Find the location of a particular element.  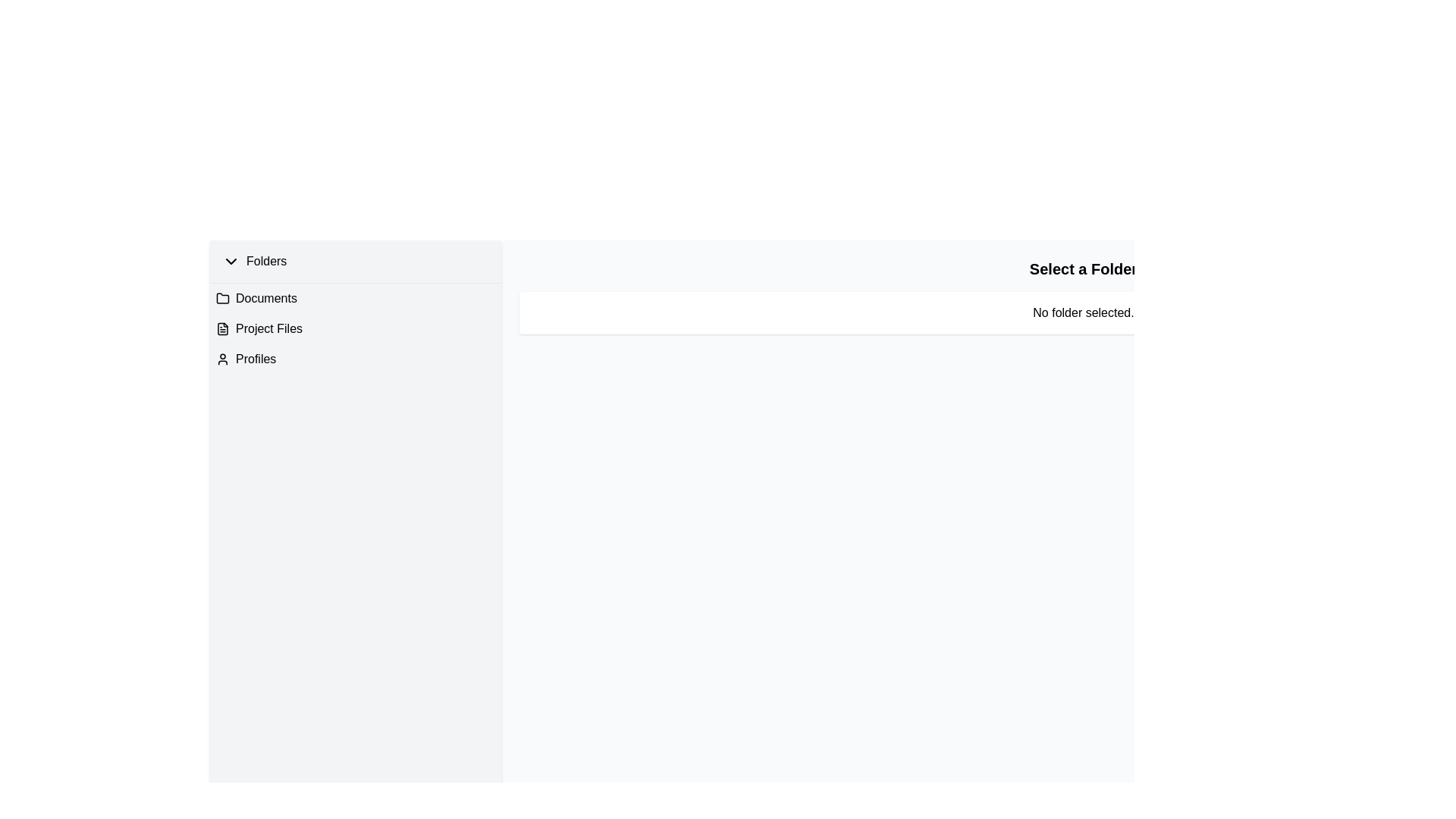

the 'Profiles' text label located in the left-hand panel under the 'Folders' section is located at coordinates (256, 359).